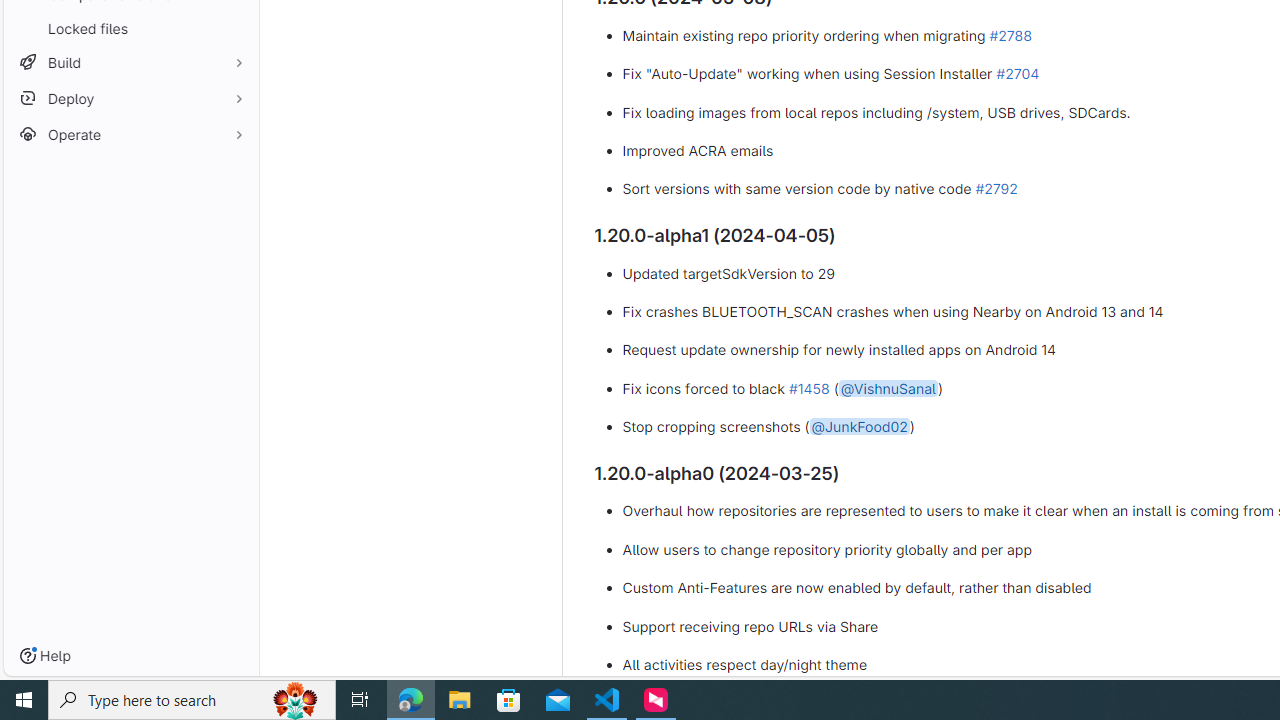 The height and width of the screenshot is (720, 1280). I want to click on 'Search highlights icon opens search home window', so click(294, 698).